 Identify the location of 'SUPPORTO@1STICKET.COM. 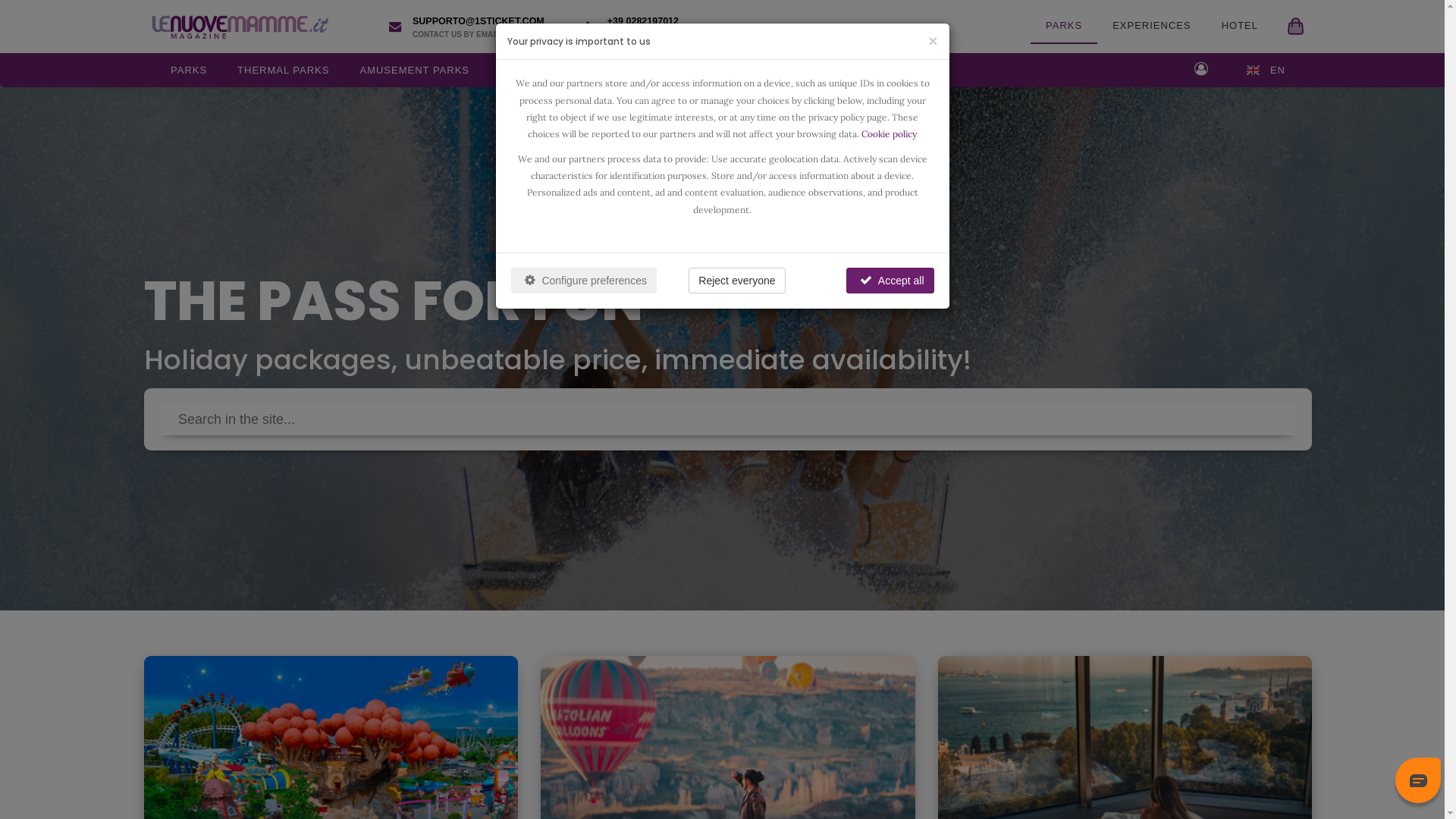
(378, 26).